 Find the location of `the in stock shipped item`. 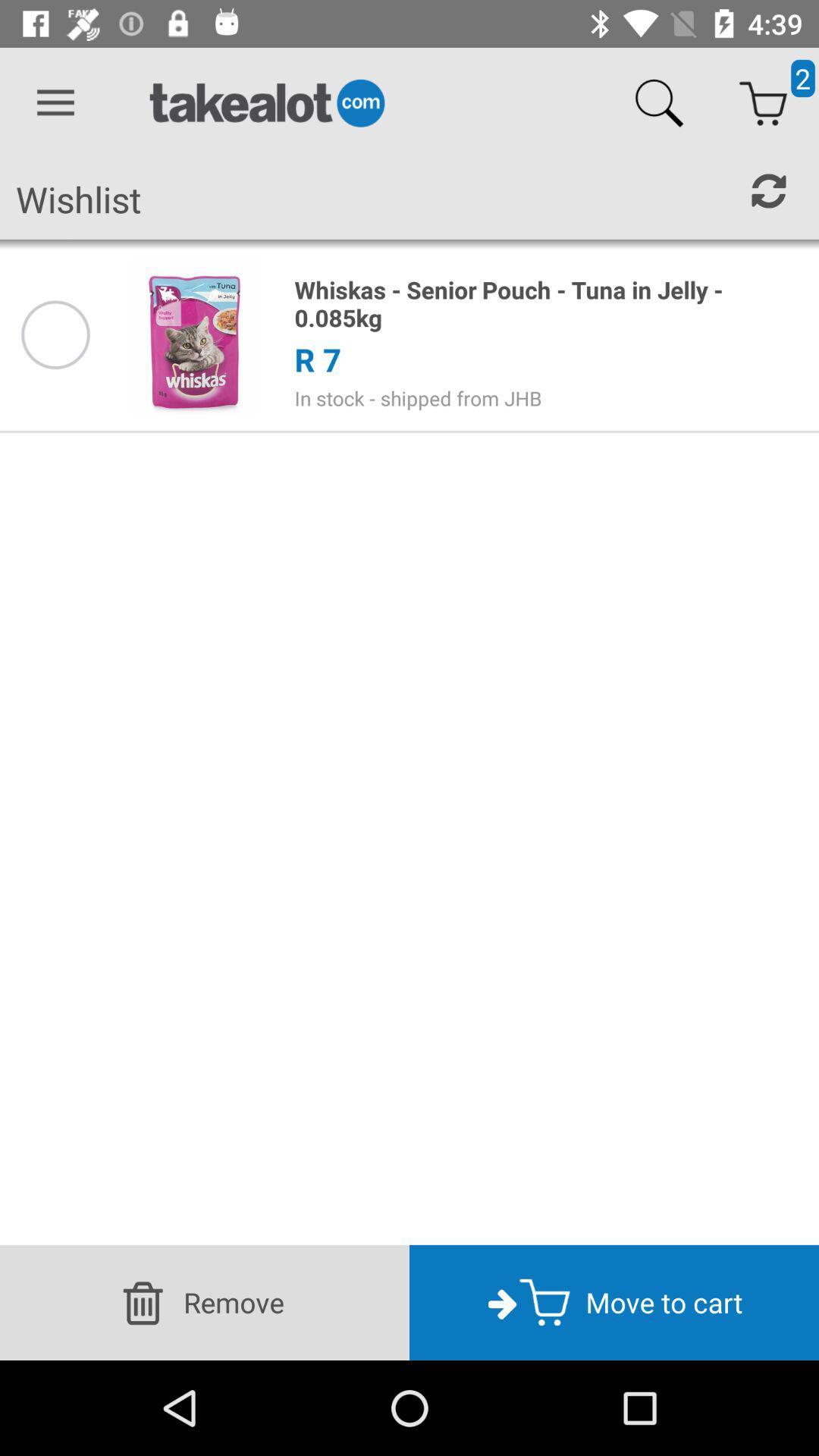

the in stock shipped item is located at coordinates (548, 398).